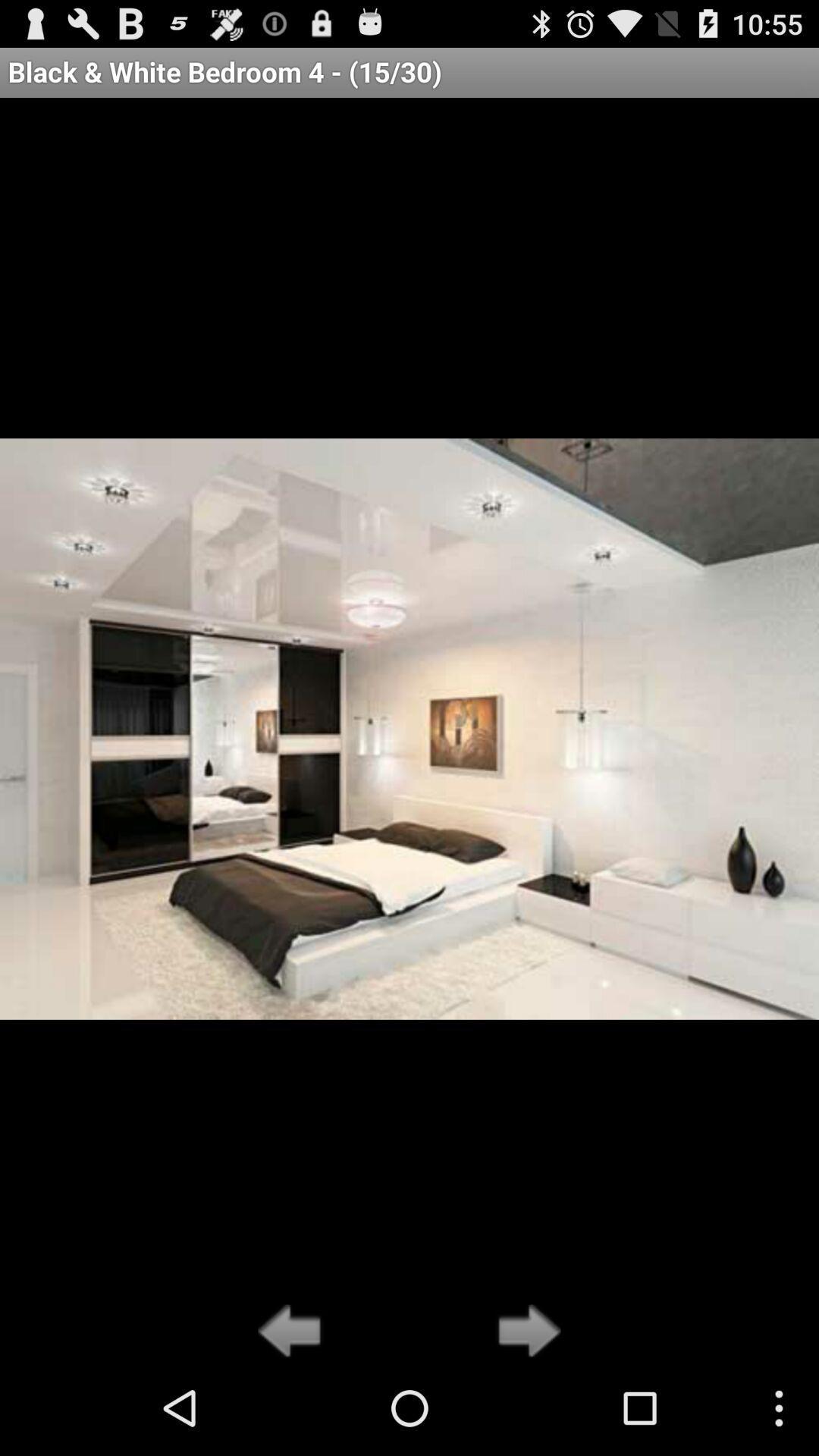  Describe the element at coordinates (293, 1332) in the screenshot. I see `previous` at that location.